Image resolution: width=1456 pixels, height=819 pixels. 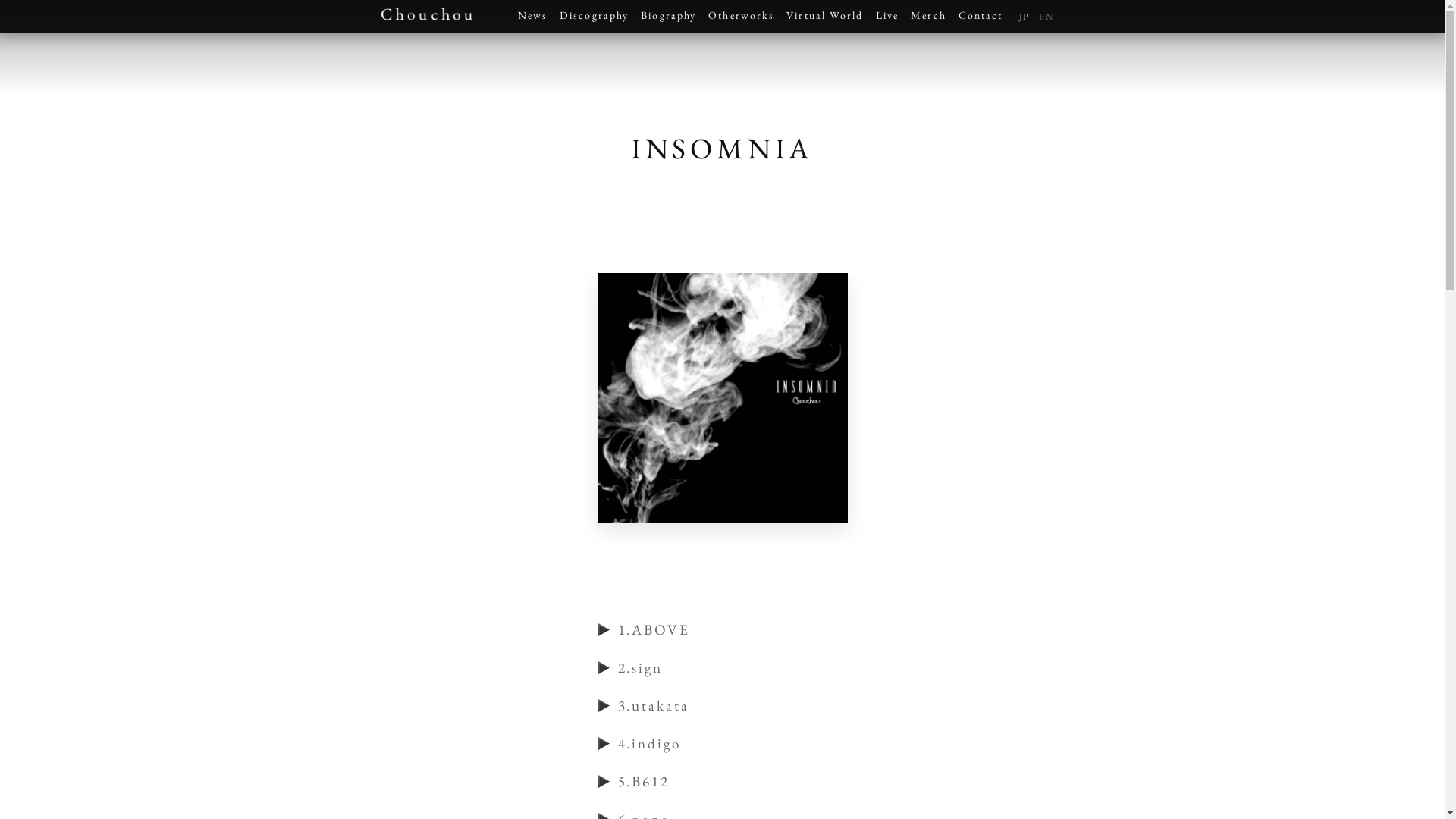 What do you see at coordinates (532, 16) in the screenshot?
I see `'News'` at bounding box center [532, 16].